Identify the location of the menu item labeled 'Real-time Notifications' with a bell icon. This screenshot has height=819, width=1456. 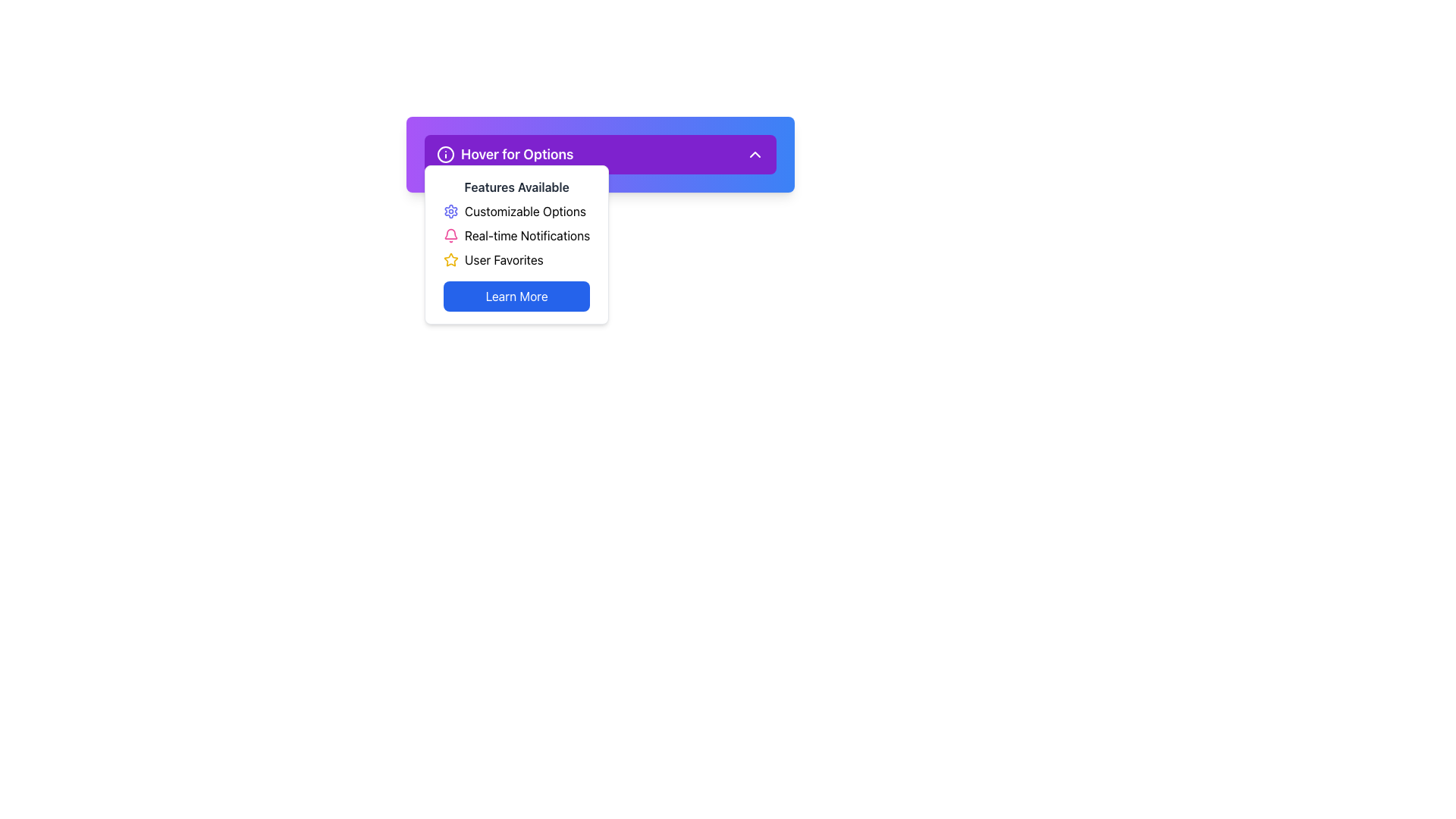
(516, 236).